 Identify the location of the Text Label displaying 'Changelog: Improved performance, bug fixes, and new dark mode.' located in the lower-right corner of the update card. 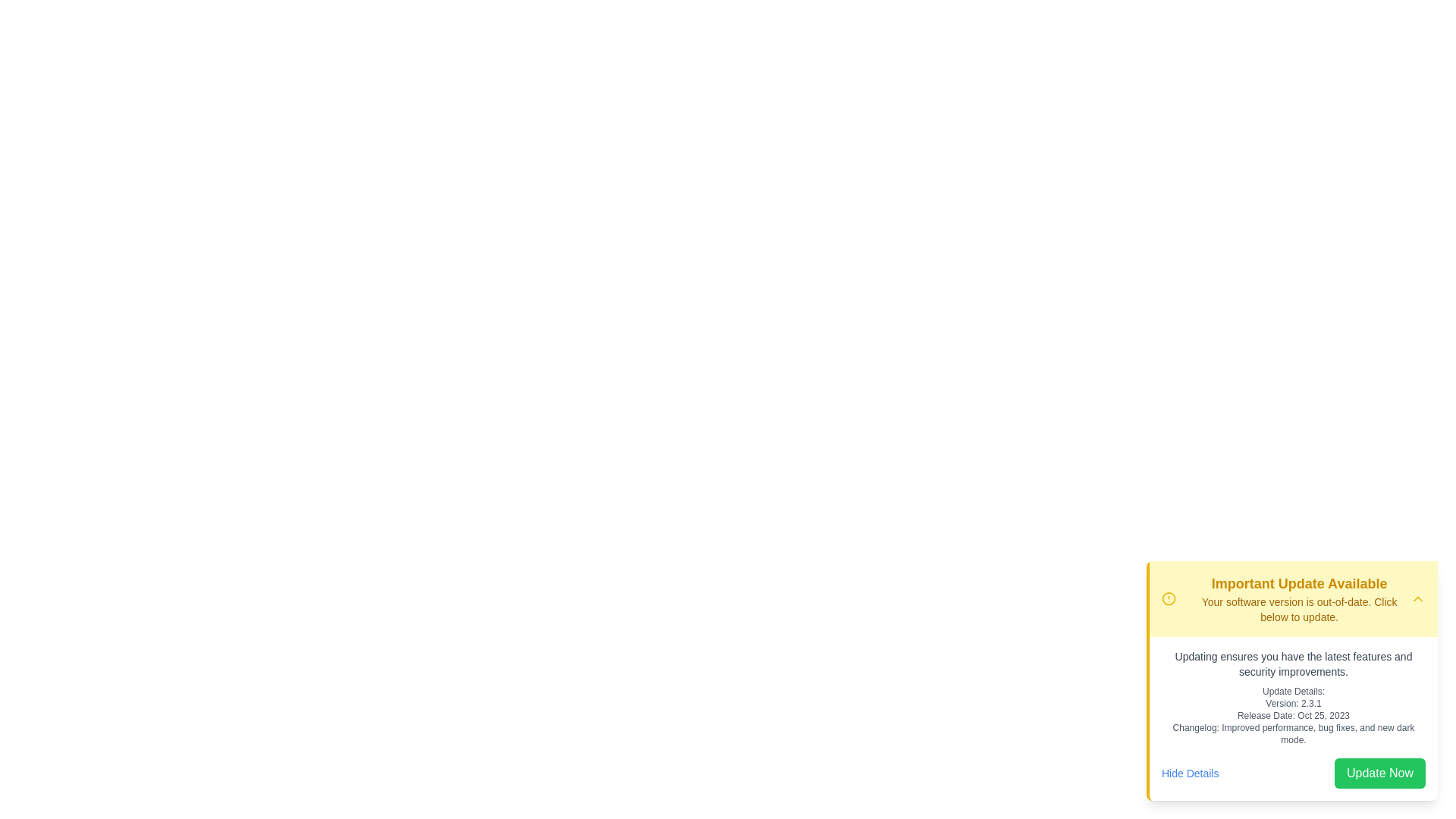
(1292, 733).